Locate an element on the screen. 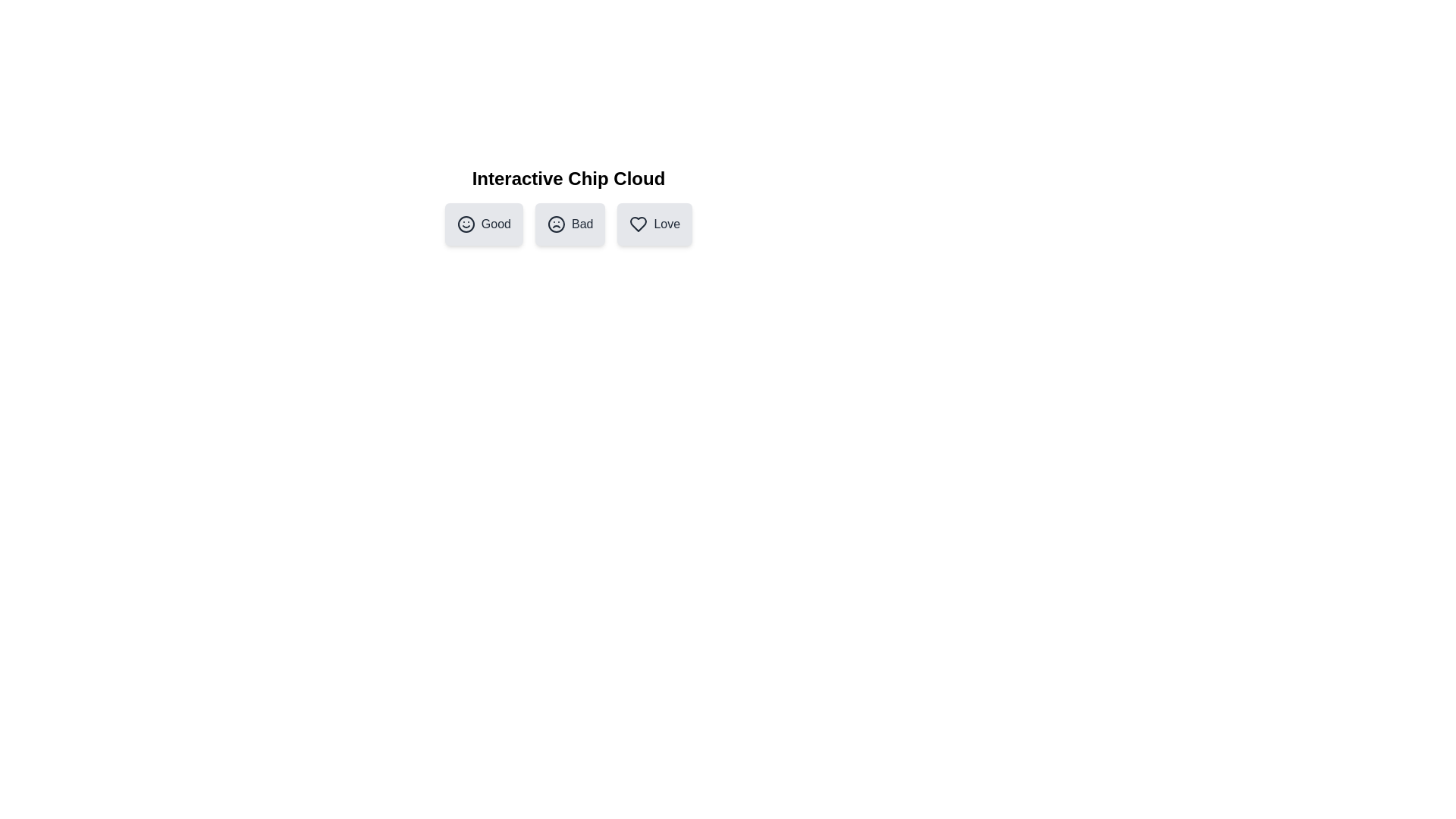 The height and width of the screenshot is (819, 1456). the chip labeled Love to observe hover effects is located at coordinates (654, 224).